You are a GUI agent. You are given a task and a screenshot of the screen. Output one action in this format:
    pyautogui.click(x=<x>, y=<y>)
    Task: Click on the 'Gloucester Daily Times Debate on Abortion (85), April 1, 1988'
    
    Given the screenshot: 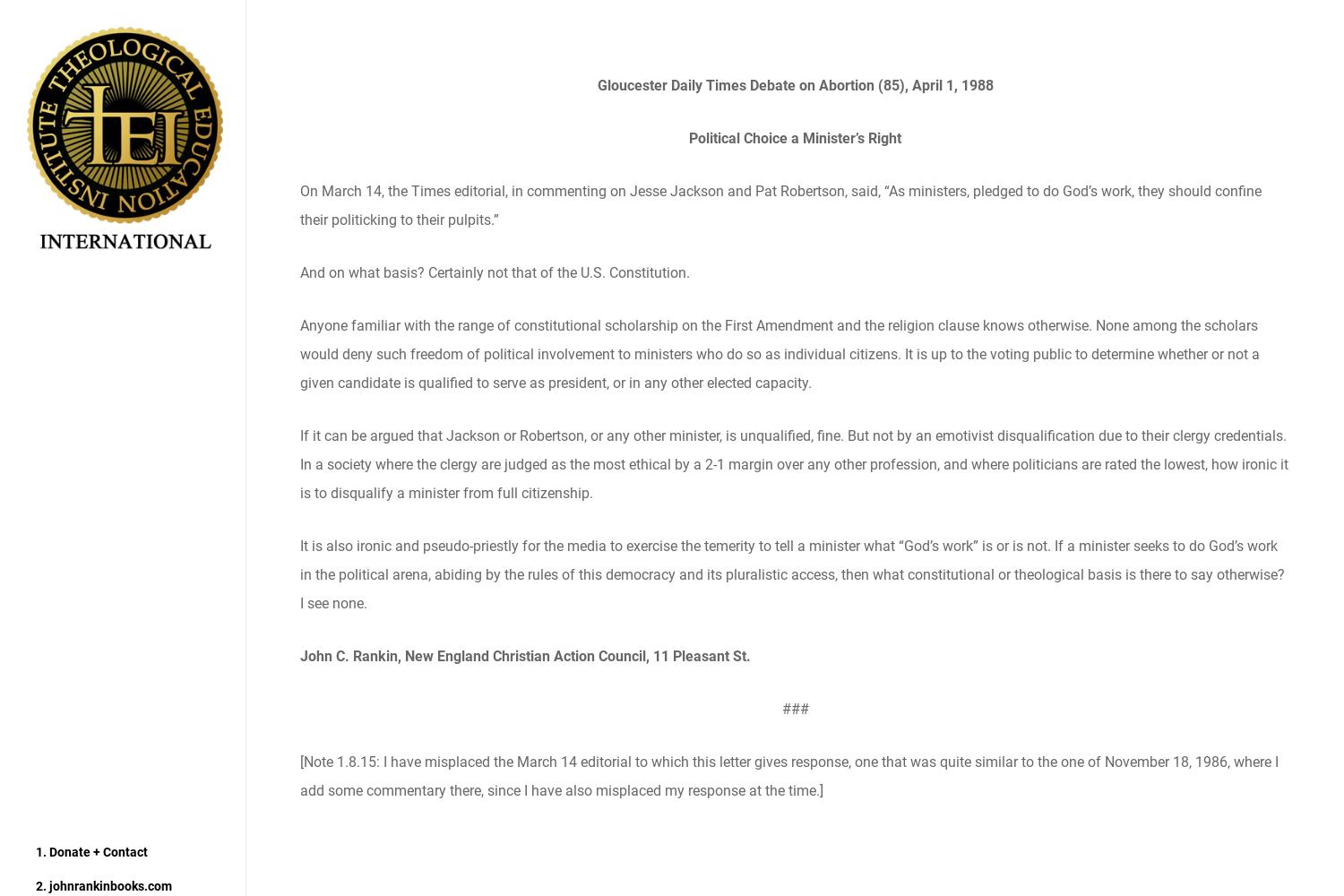 What is the action you would take?
    pyautogui.click(x=794, y=84)
    